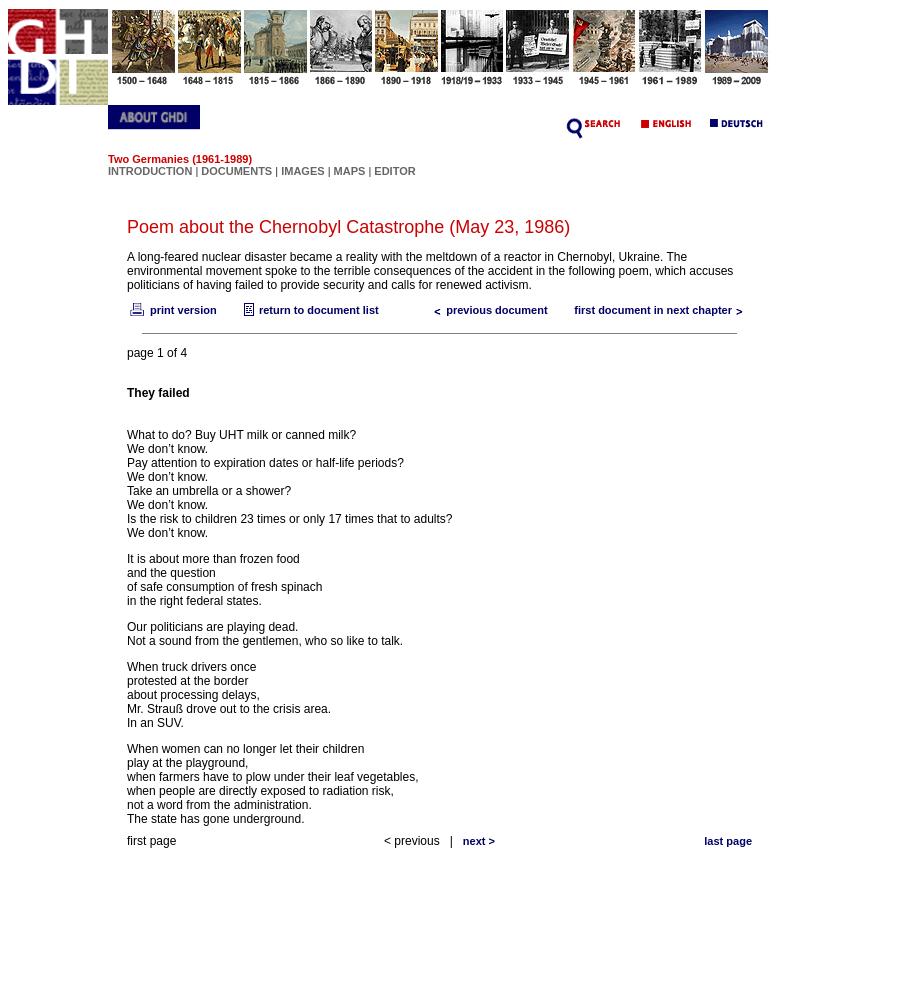 The image size is (900, 1000). What do you see at coordinates (446, 310) in the screenshot?
I see `'previous document'` at bounding box center [446, 310].